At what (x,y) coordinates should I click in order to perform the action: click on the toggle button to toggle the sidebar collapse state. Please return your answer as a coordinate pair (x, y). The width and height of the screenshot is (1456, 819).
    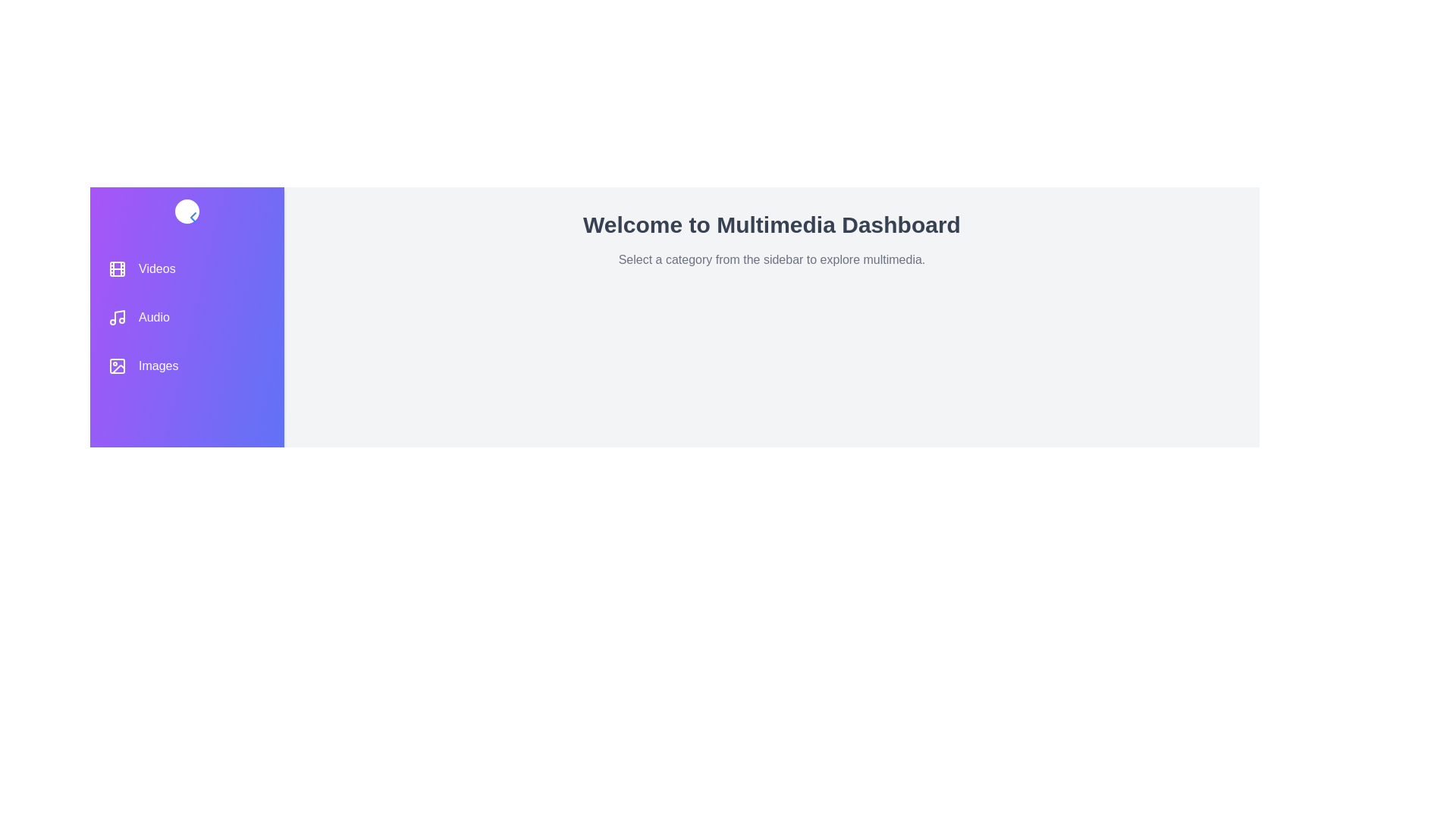
    Looking at the image, I should click on (186, 211).